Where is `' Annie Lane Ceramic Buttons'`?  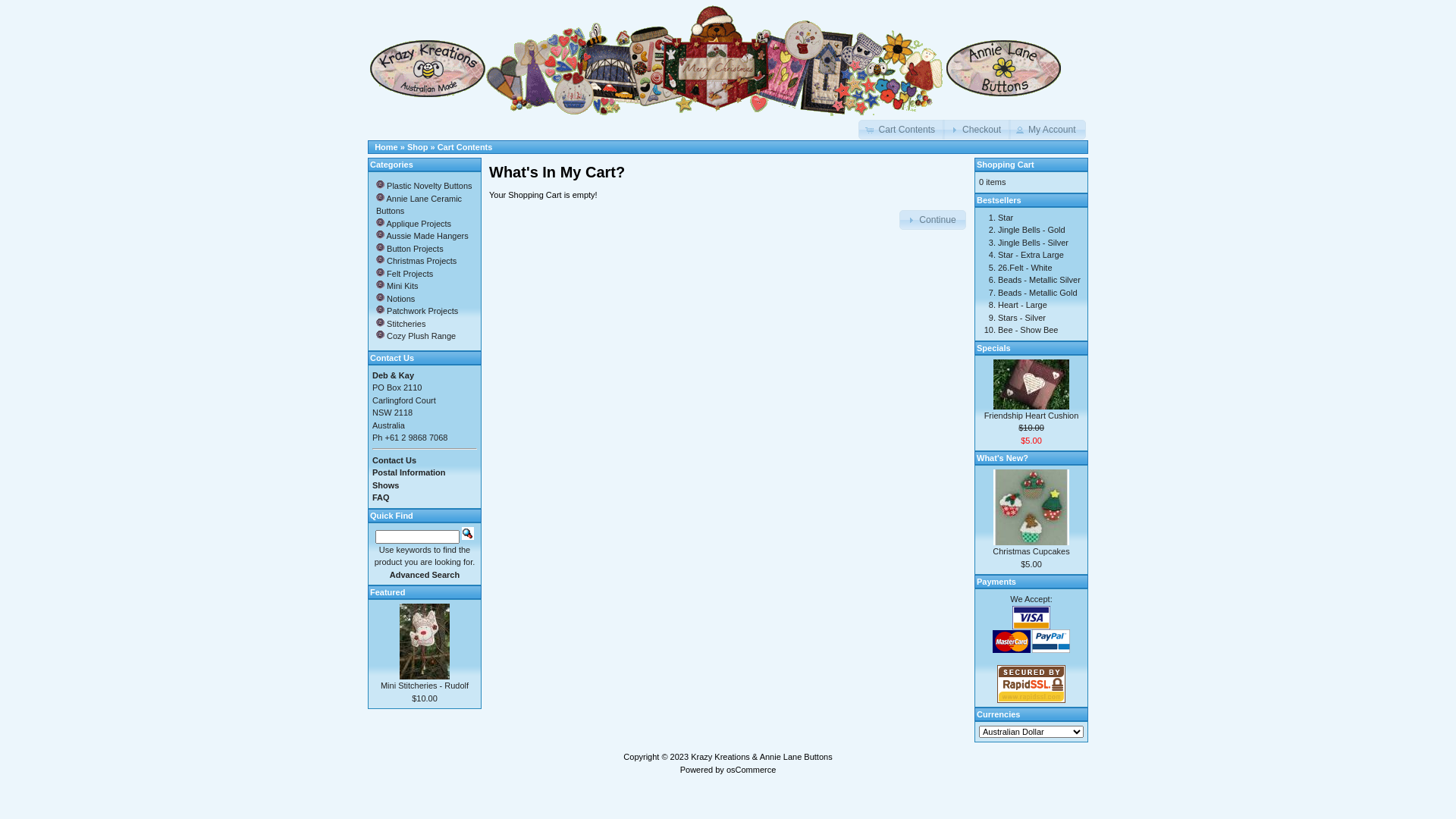
' Annie Lane Ceramic Buttons' is located at coordinates (419, 205).